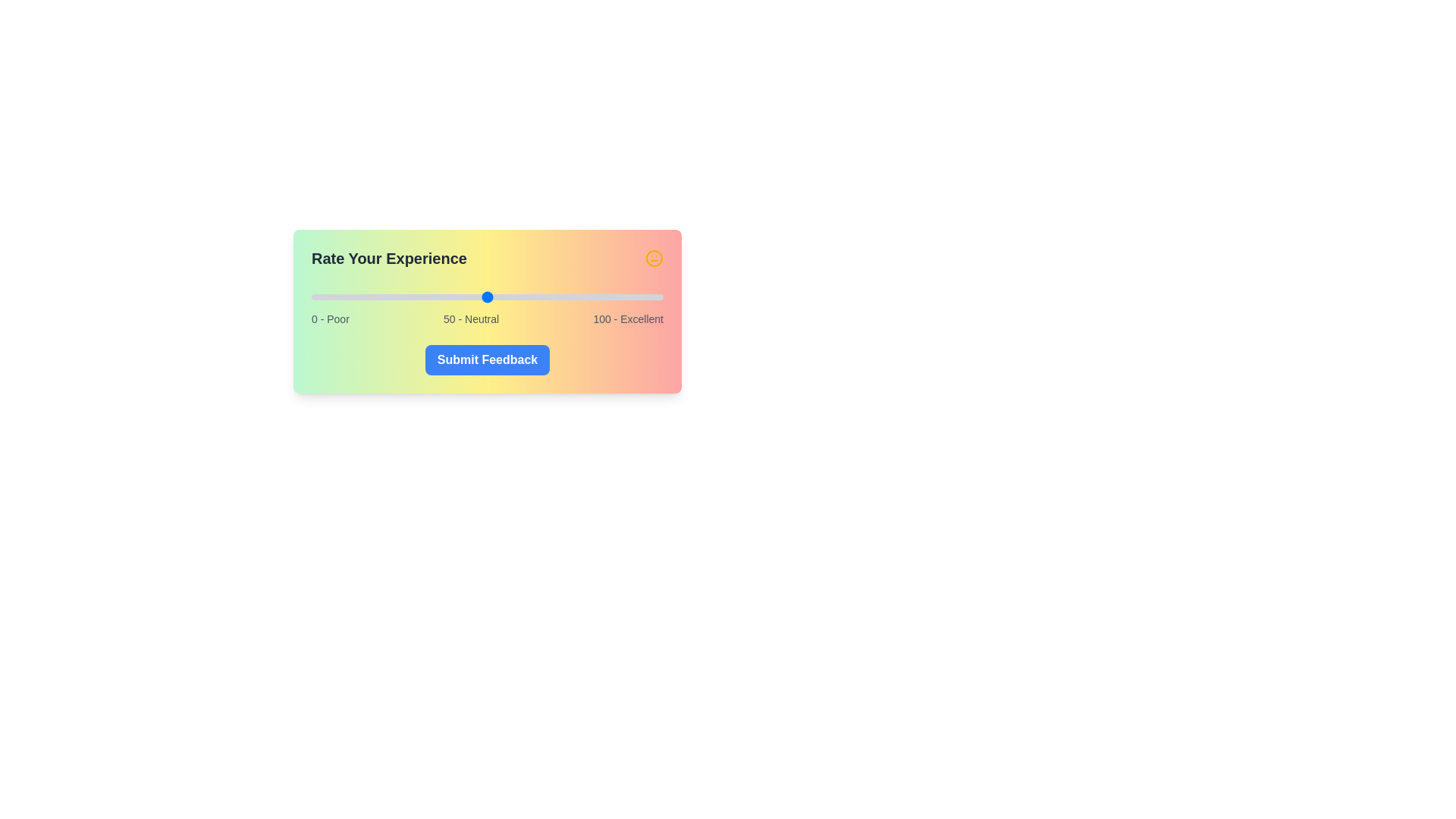 The image size is (1456, 819). What do you see at coordinates (519, 297) in the screenshot?
I see `the satisfaction slider to 59 value` at bounding box center [519, 297].